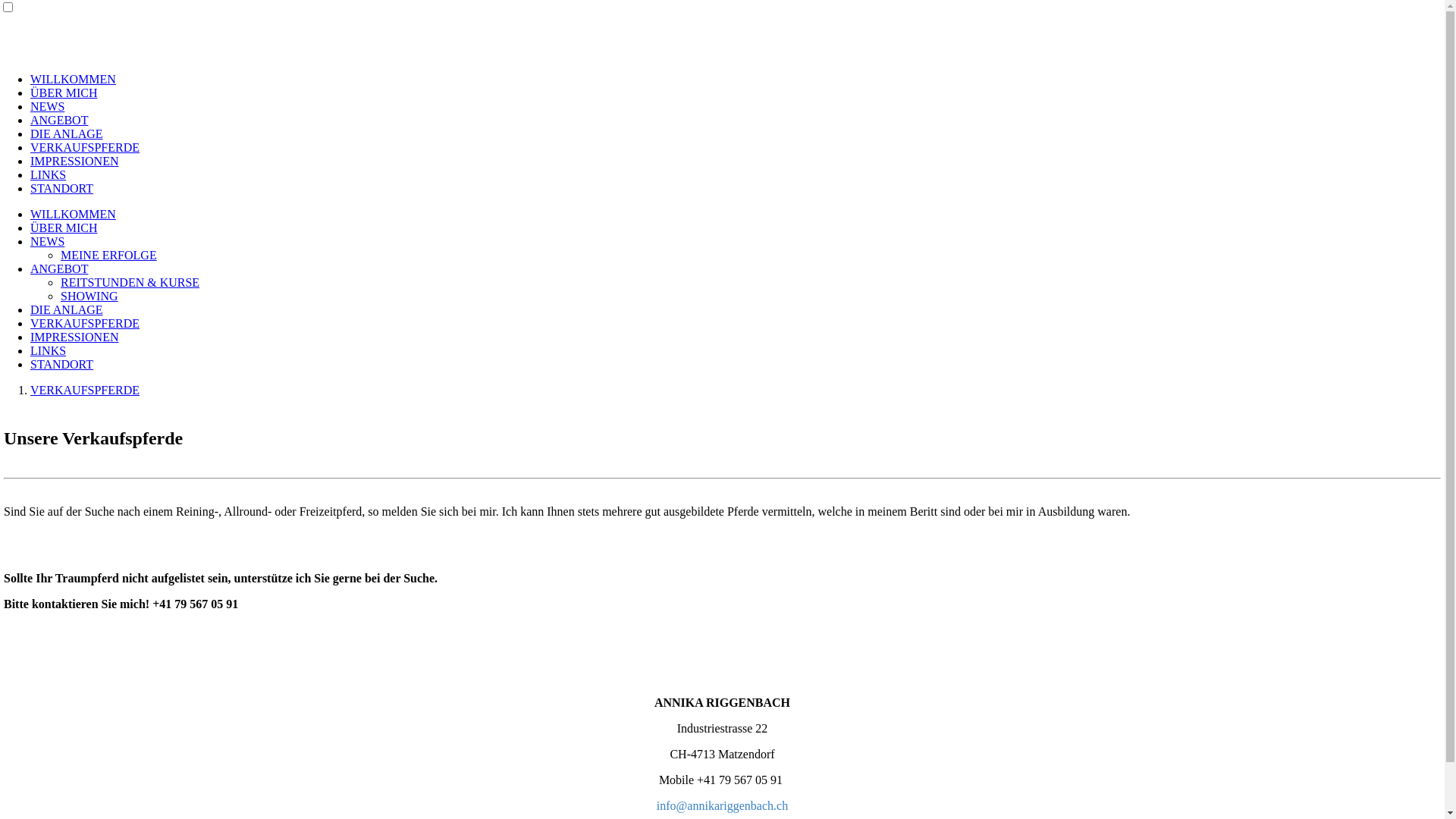 Image resolution: width=1456 pixels, height=819 pixels. I want to click on 'WILLKOMMEN', so click(72, 214).